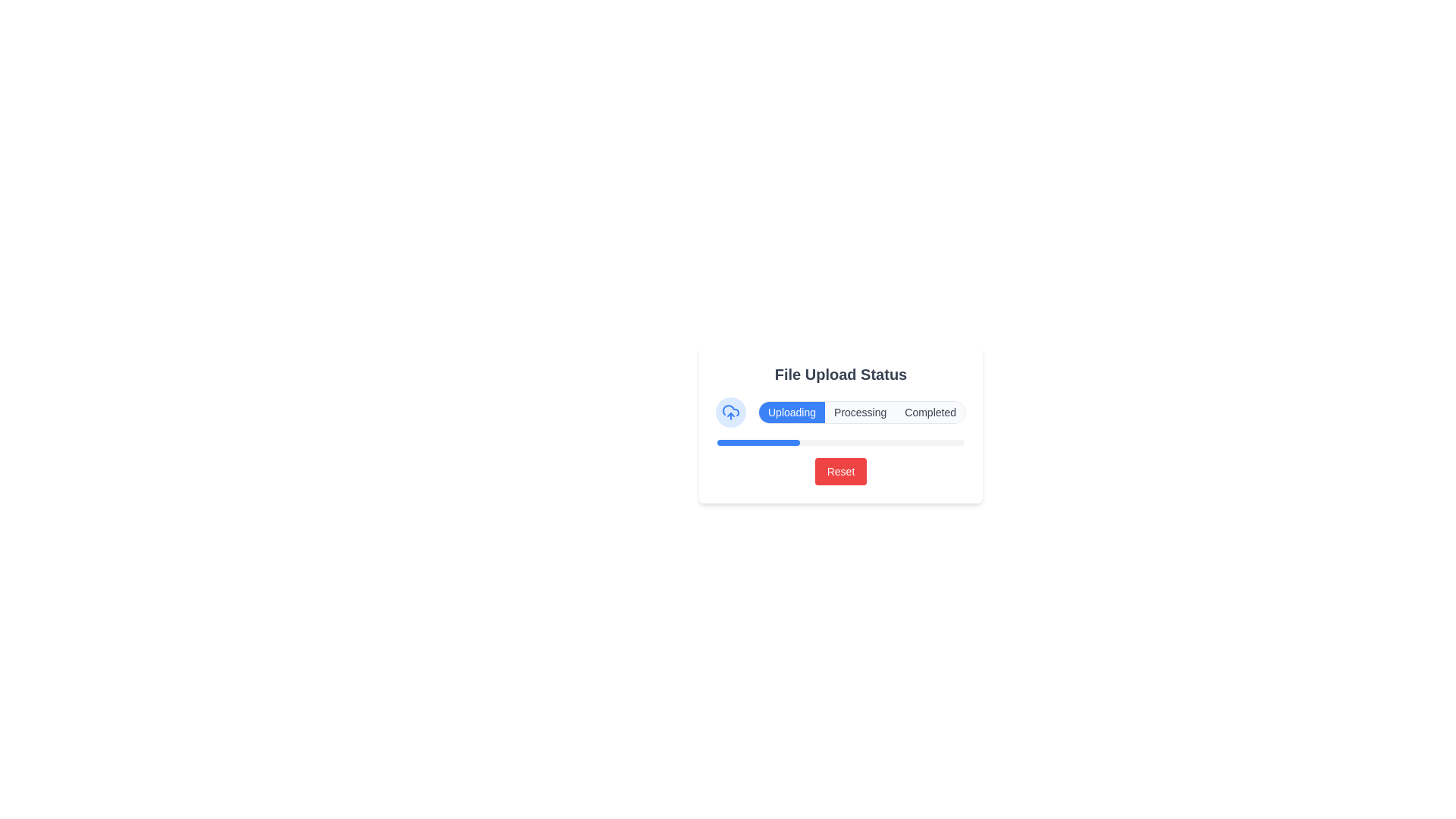 The width and height of the screenshot is (1456, 819). What do you see at coordinates (731, 412) in the screenshot?
I see `the file upload icon located within a circular background to the left of the 'Uploading' button` at bounding box center [731, 412].